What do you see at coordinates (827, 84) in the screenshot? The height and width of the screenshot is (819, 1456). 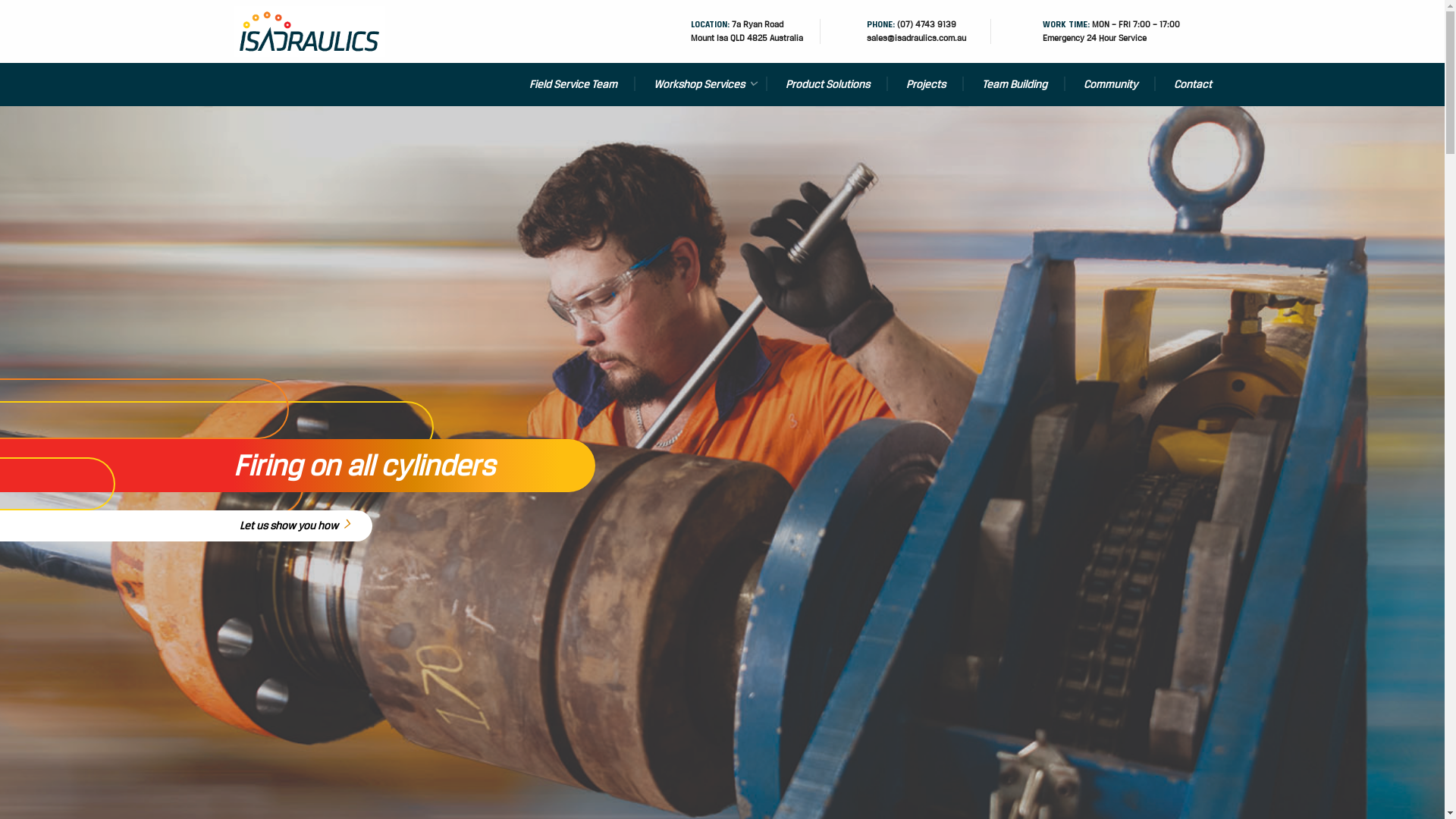 I see `'Product Solutions'` at bounding box center [827, 84].